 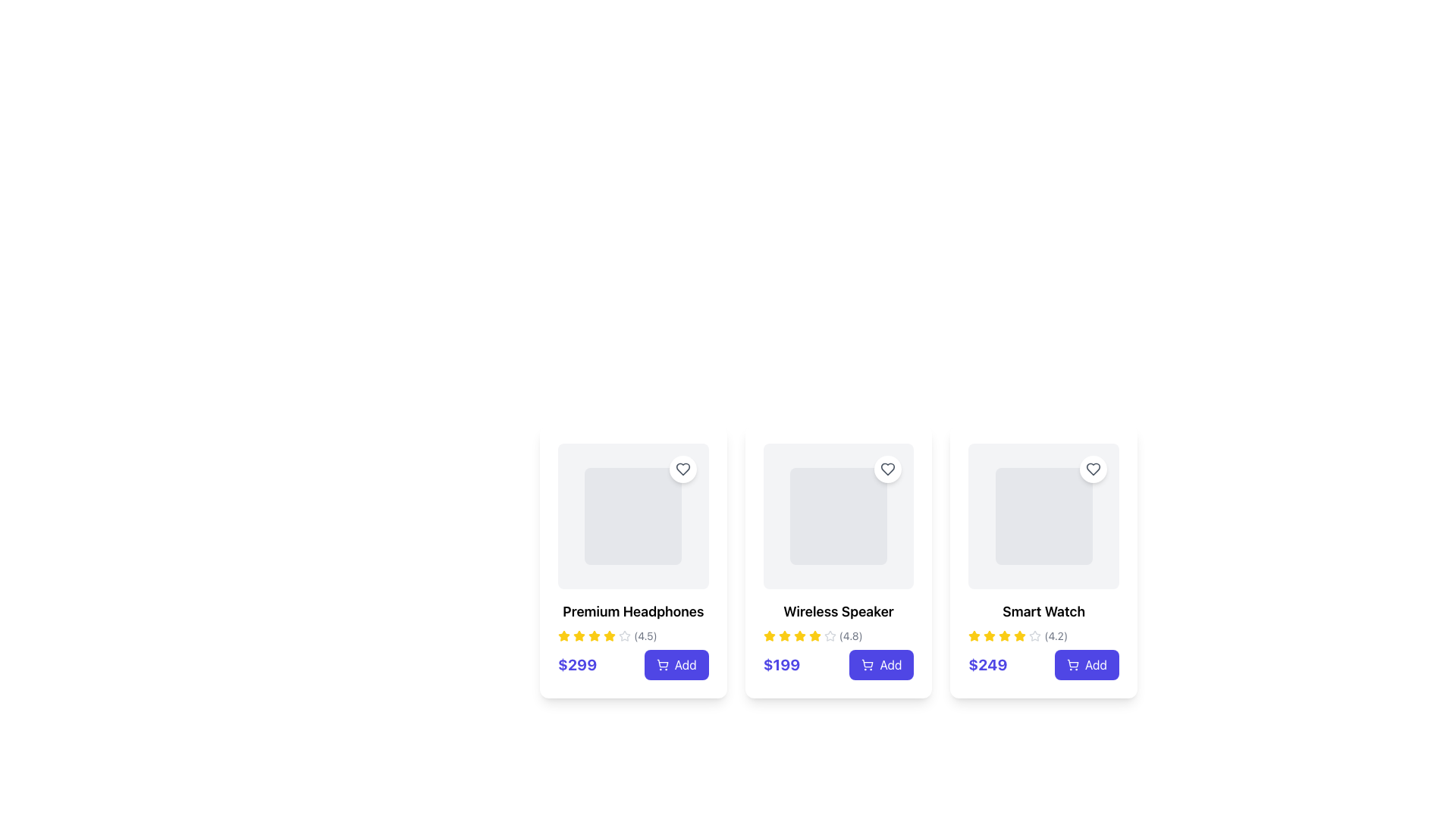 What do you see at coordinates (837, 664) in the screenshot?
I see `the 'Add to Cart' button located at the bottom of the 'Wireless Speaker' card, positioned in the second position from the left in a horizontal layout` at bounding box center [837, 664].